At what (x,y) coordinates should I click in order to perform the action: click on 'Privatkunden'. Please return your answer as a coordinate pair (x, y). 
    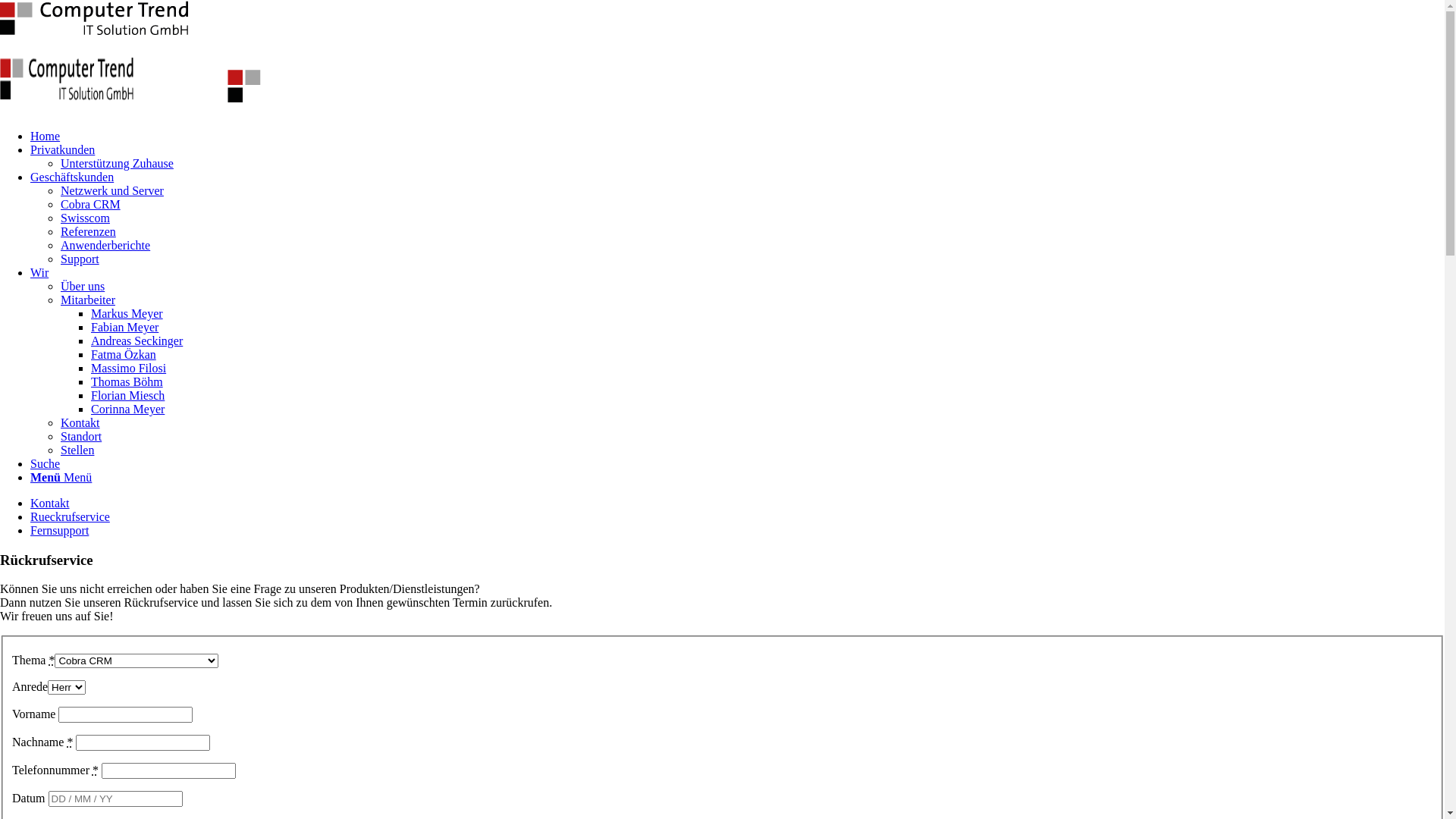
    Looking at the image, I should click on (61, 149).